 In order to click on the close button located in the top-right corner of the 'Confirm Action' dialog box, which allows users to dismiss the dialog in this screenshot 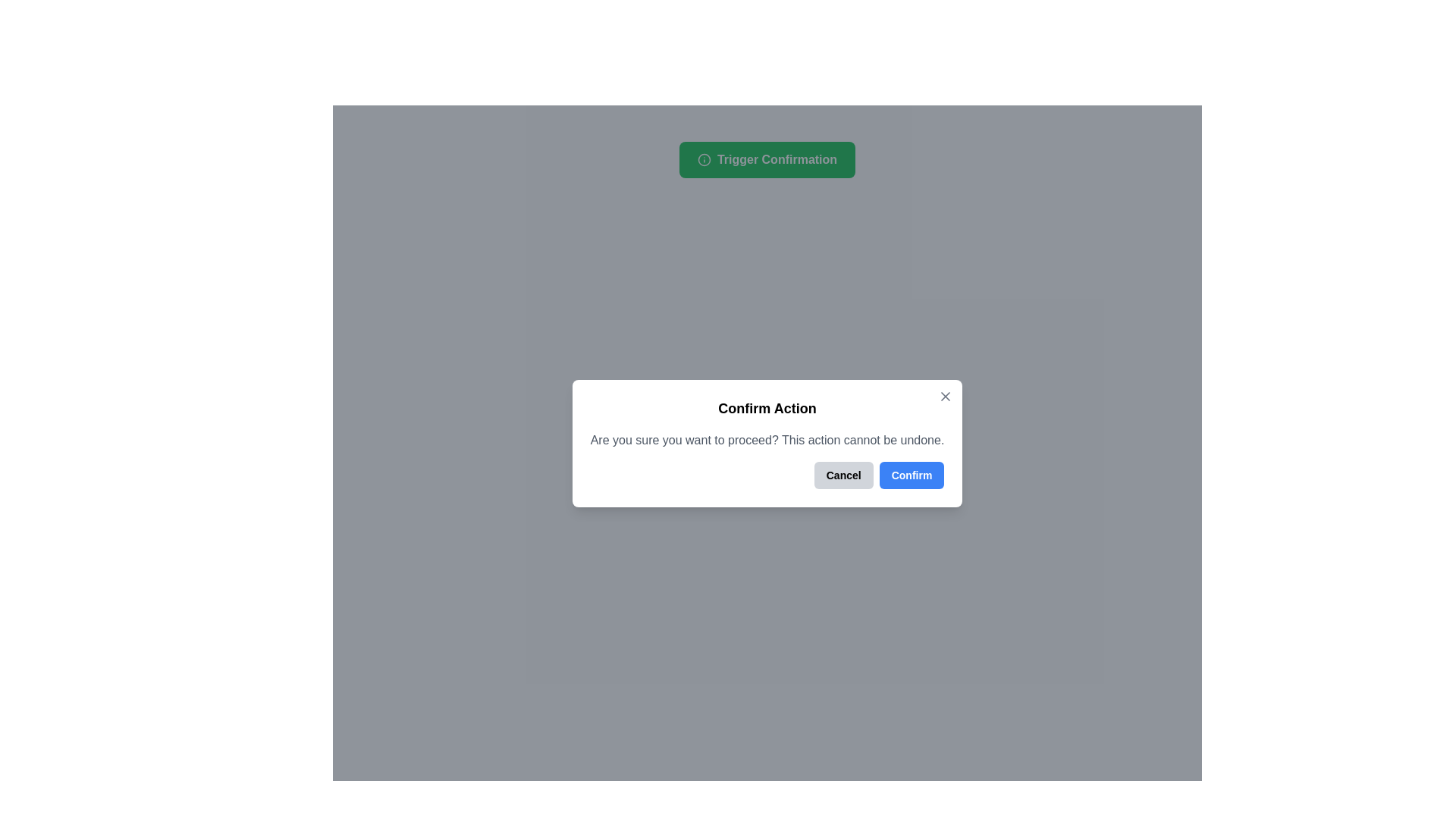, I will do `click(945, 395)`.